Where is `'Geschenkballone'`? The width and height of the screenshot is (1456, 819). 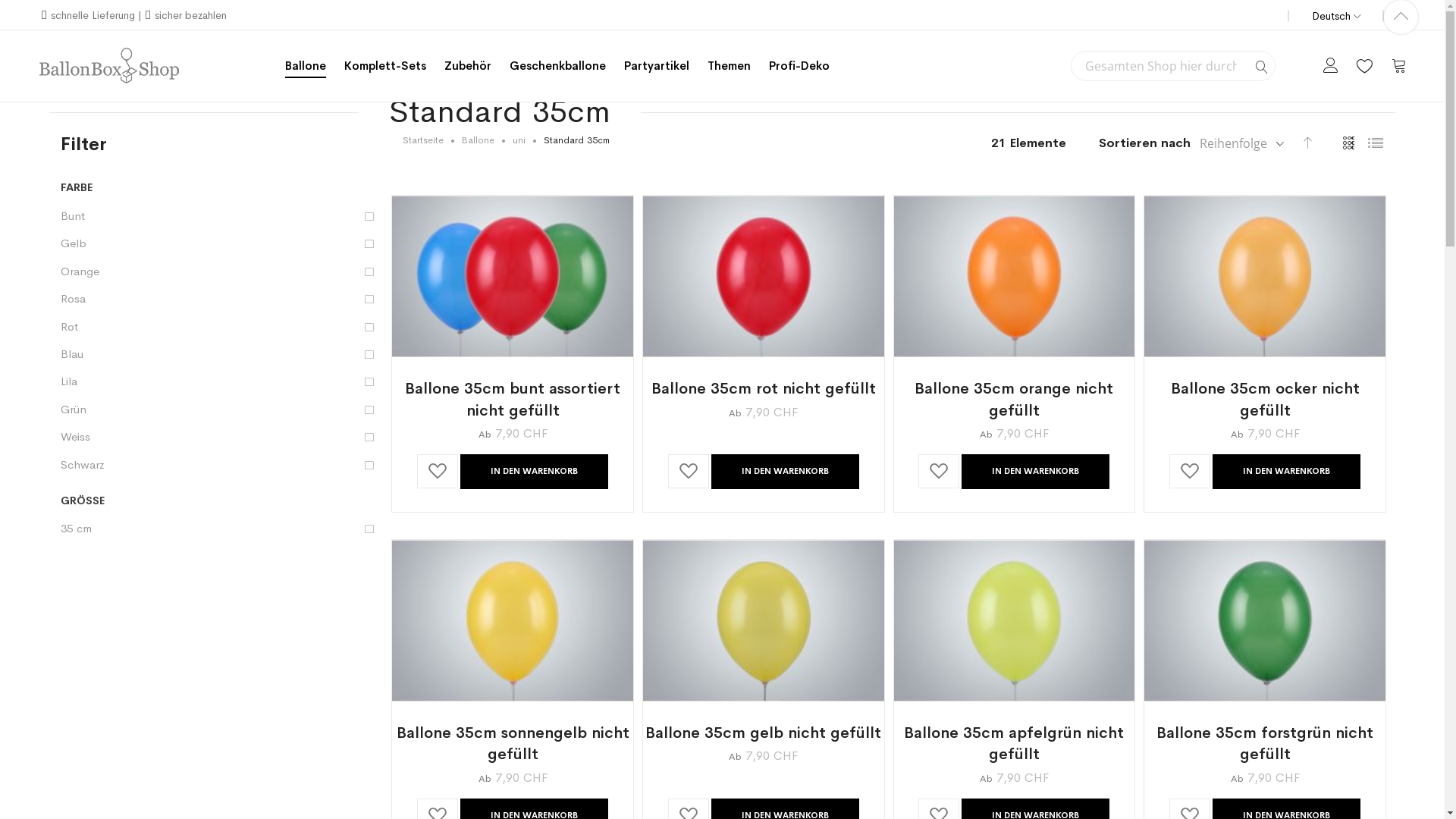 'Geschenkballone' is located at coordinates (557, 64).